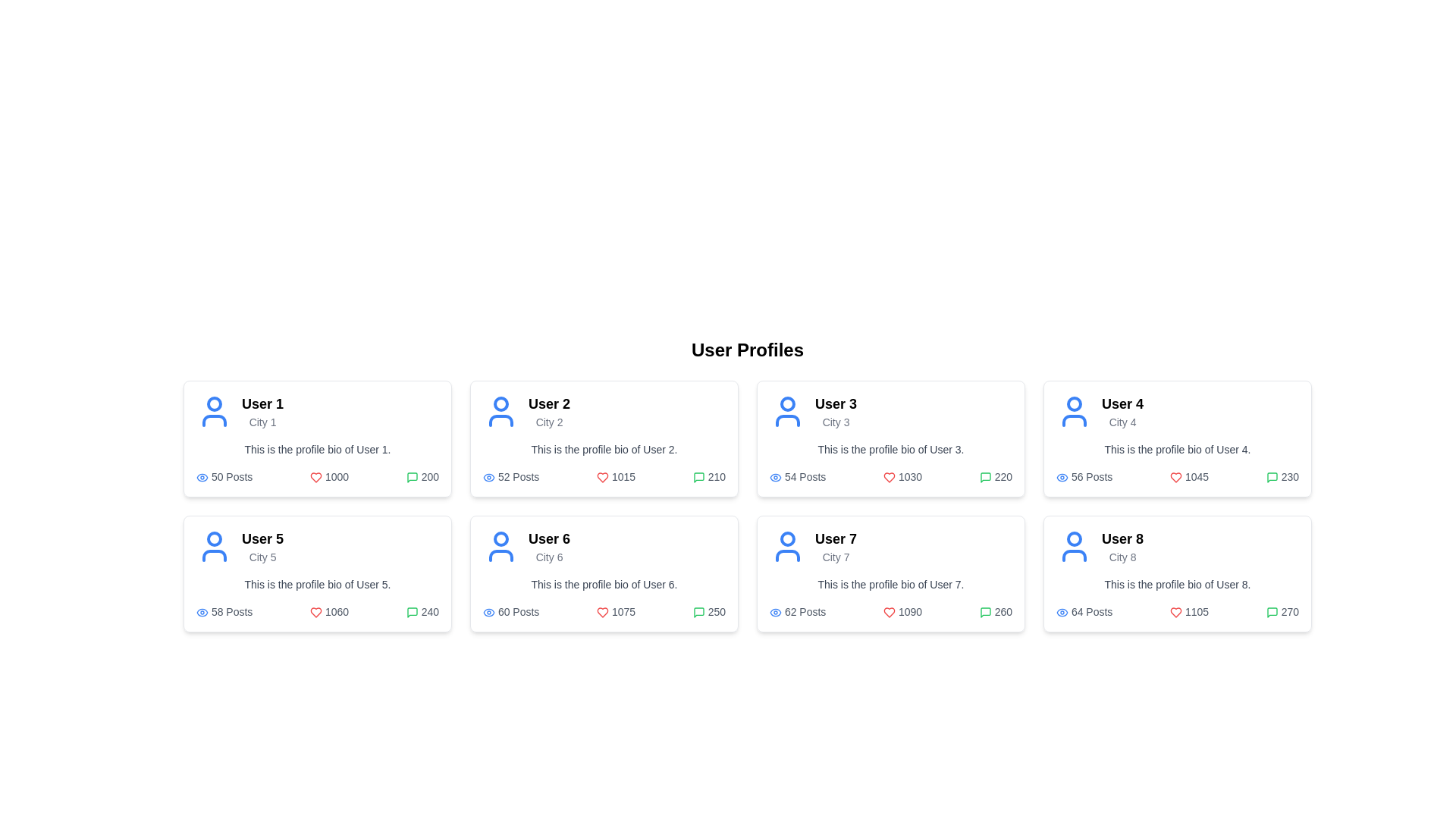  What do you see at coordinates (698, 478) in the screenshot?
I see `the green speech bubble icon representing comments or messages located next to the number '210' in the second profile card of 'User 2'` at bounding box center [698, 478].